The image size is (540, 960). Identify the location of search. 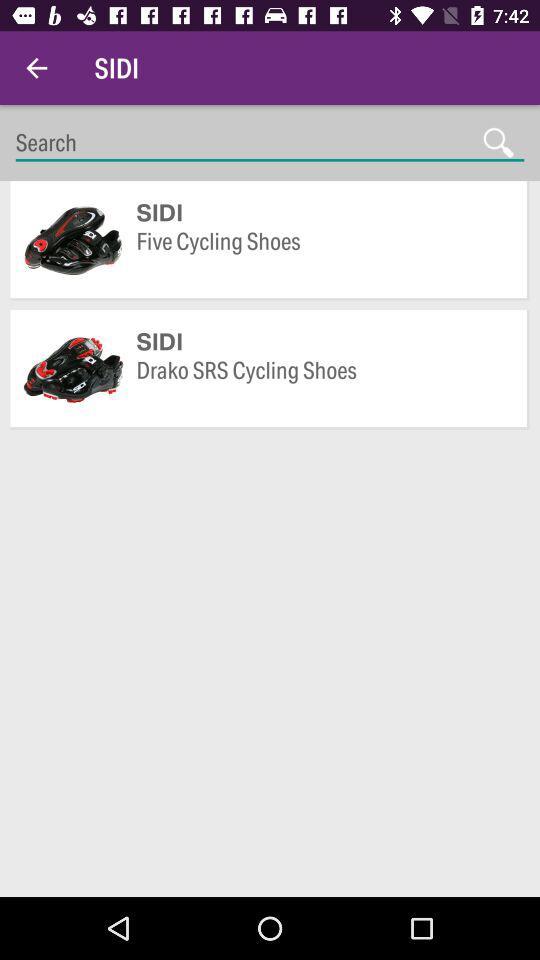
(270, 142).